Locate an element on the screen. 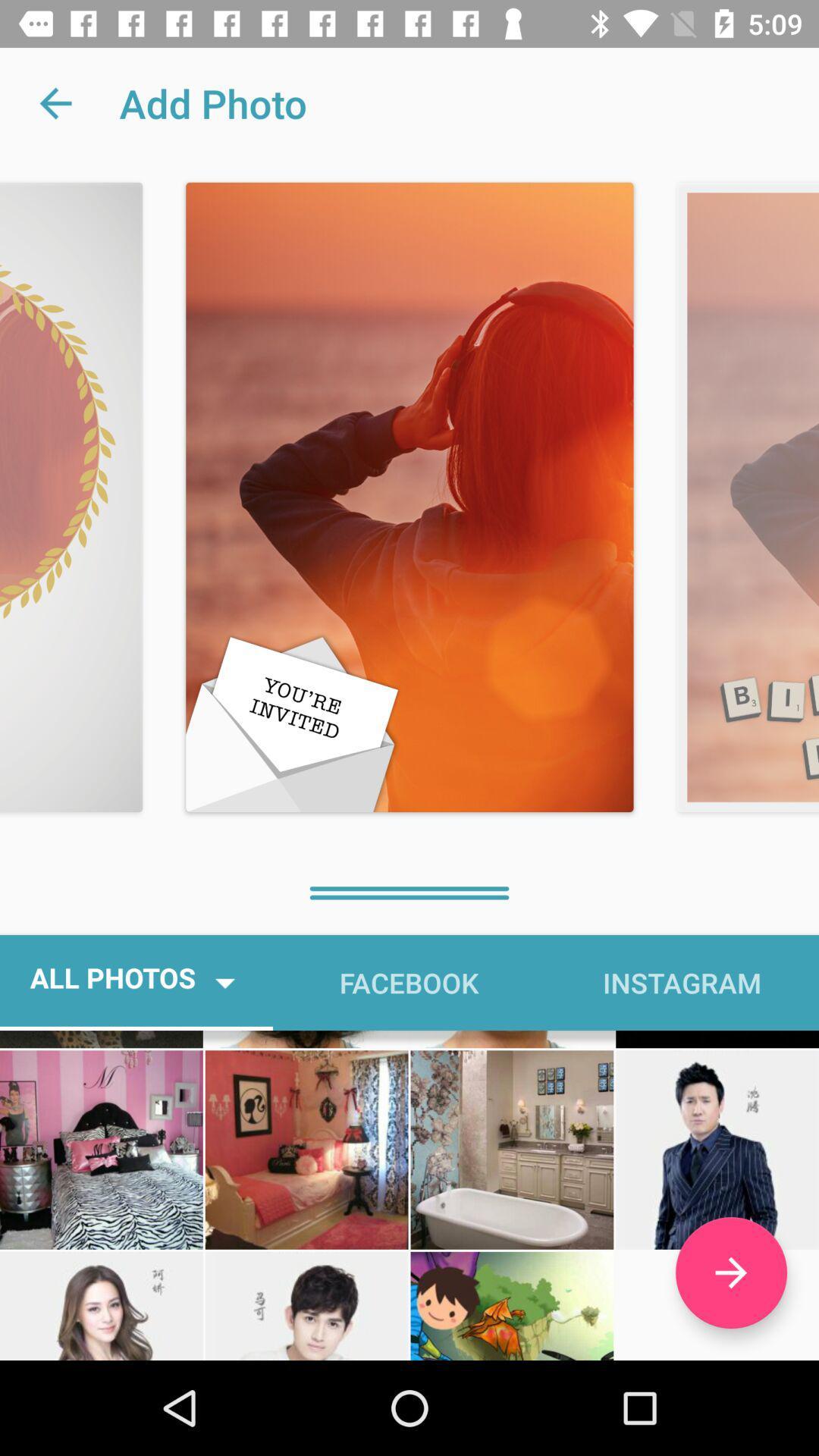  the arrow_forward icon is located at coordinates (730, 1272).